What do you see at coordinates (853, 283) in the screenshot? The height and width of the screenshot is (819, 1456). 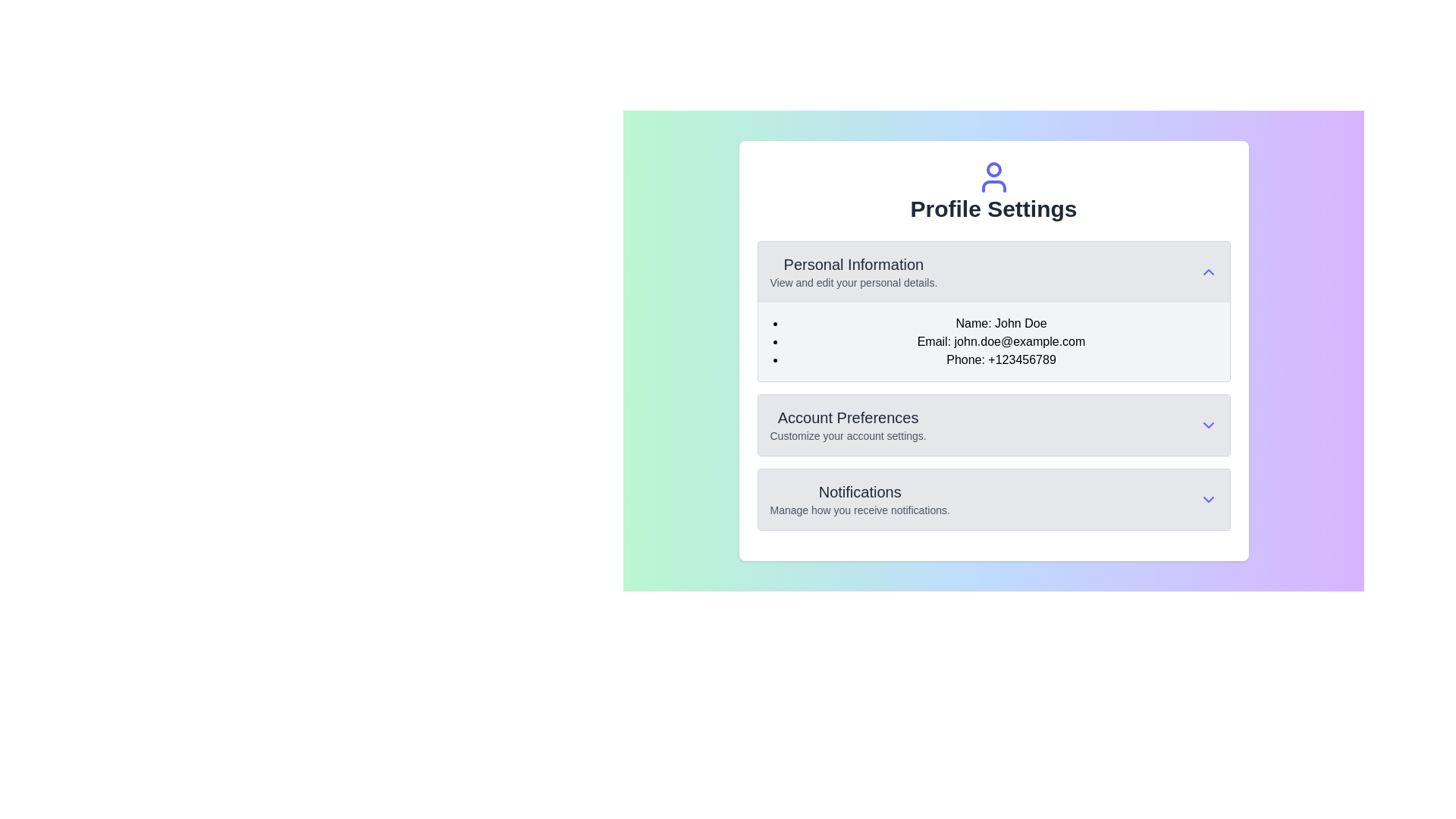 I see `the descriptive instruction text label in the 'Personal Information' section, located below the heading 'Personal Information.'` at bounding box center [853, 283].